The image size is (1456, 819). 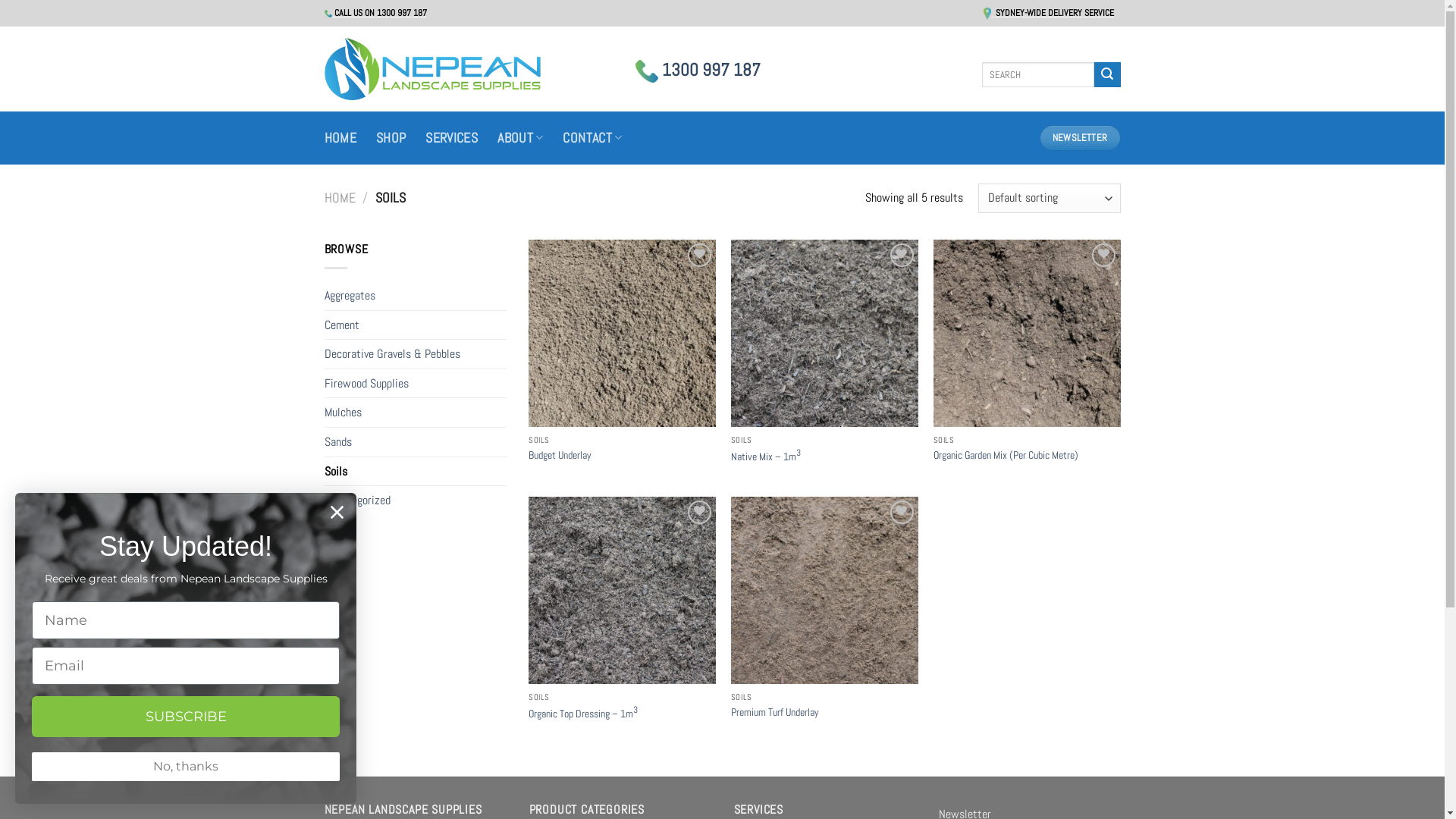 What do you see at coordinates (415, 353) in the screenshot?
I see `'Decorative Gravels & Pebbles'` at bounding box center [415, 353].